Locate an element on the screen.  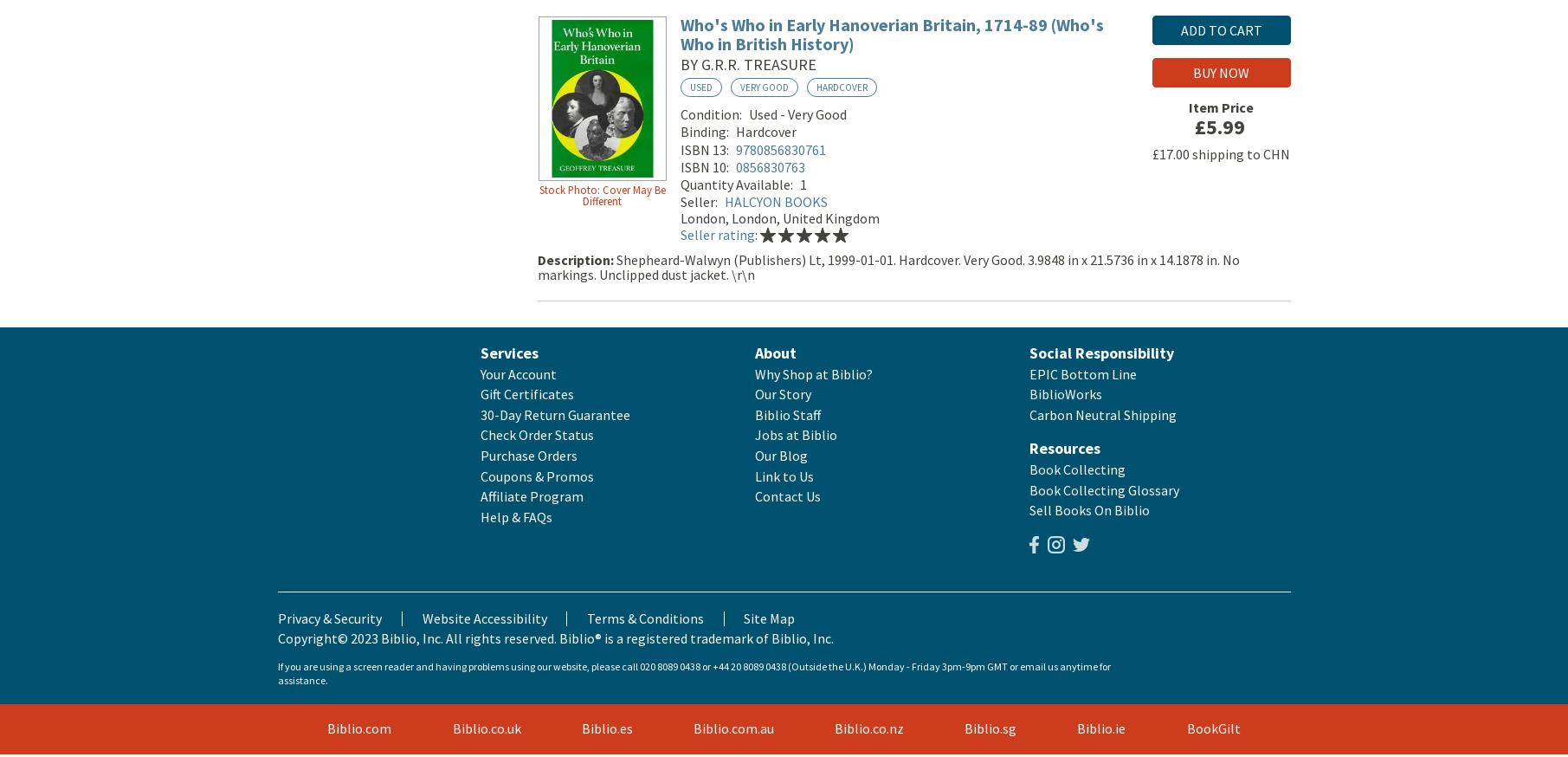
'Biblio.co.nz' is located at coordinates (868, 731).